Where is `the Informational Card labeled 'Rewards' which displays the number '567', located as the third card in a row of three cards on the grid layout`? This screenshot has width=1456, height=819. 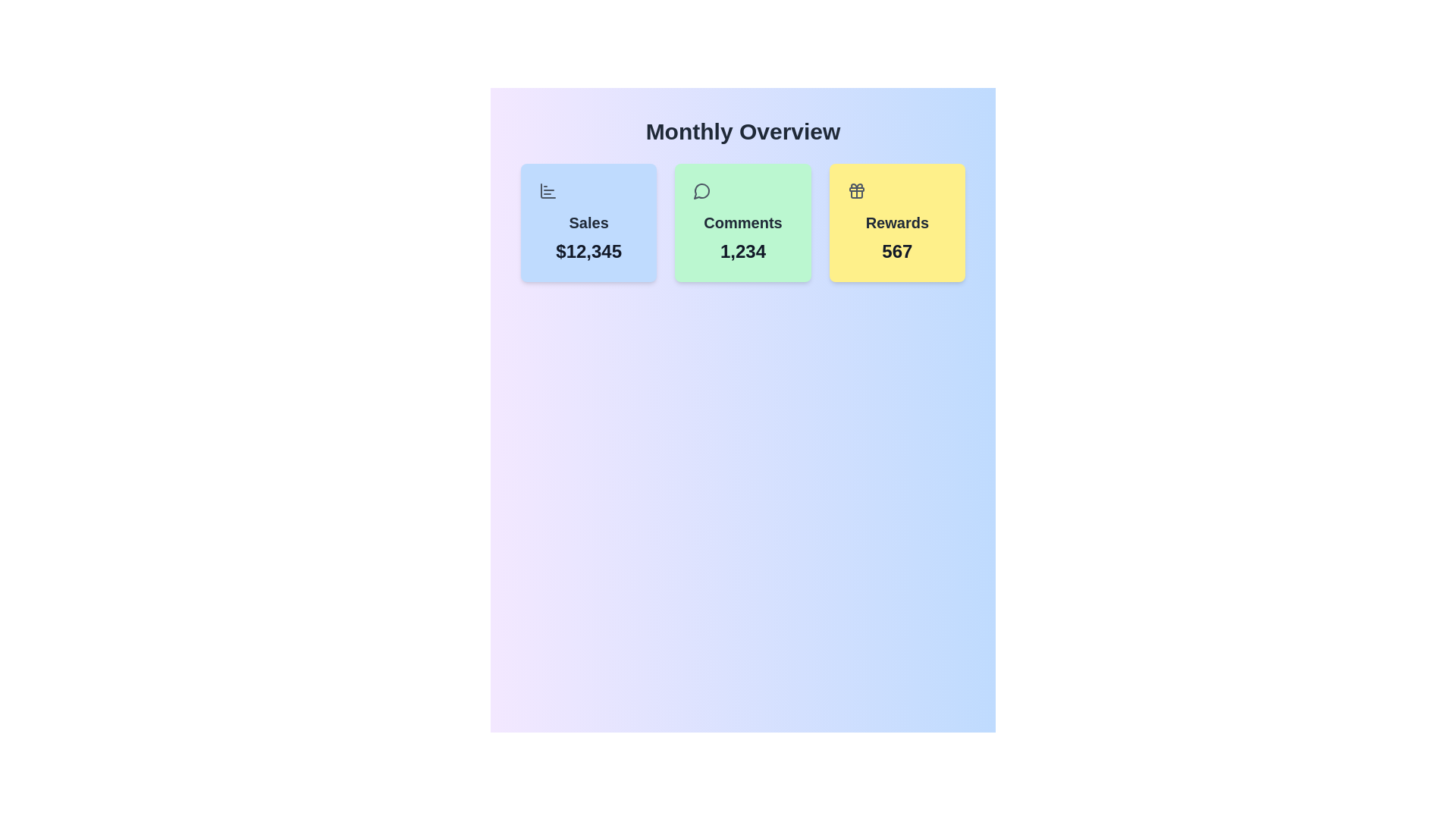
the Informational Card labeled 'Rewards' which displays the number '567', located as the third card in a row of three cards on the grid layout is located at coordinates (897, 222).